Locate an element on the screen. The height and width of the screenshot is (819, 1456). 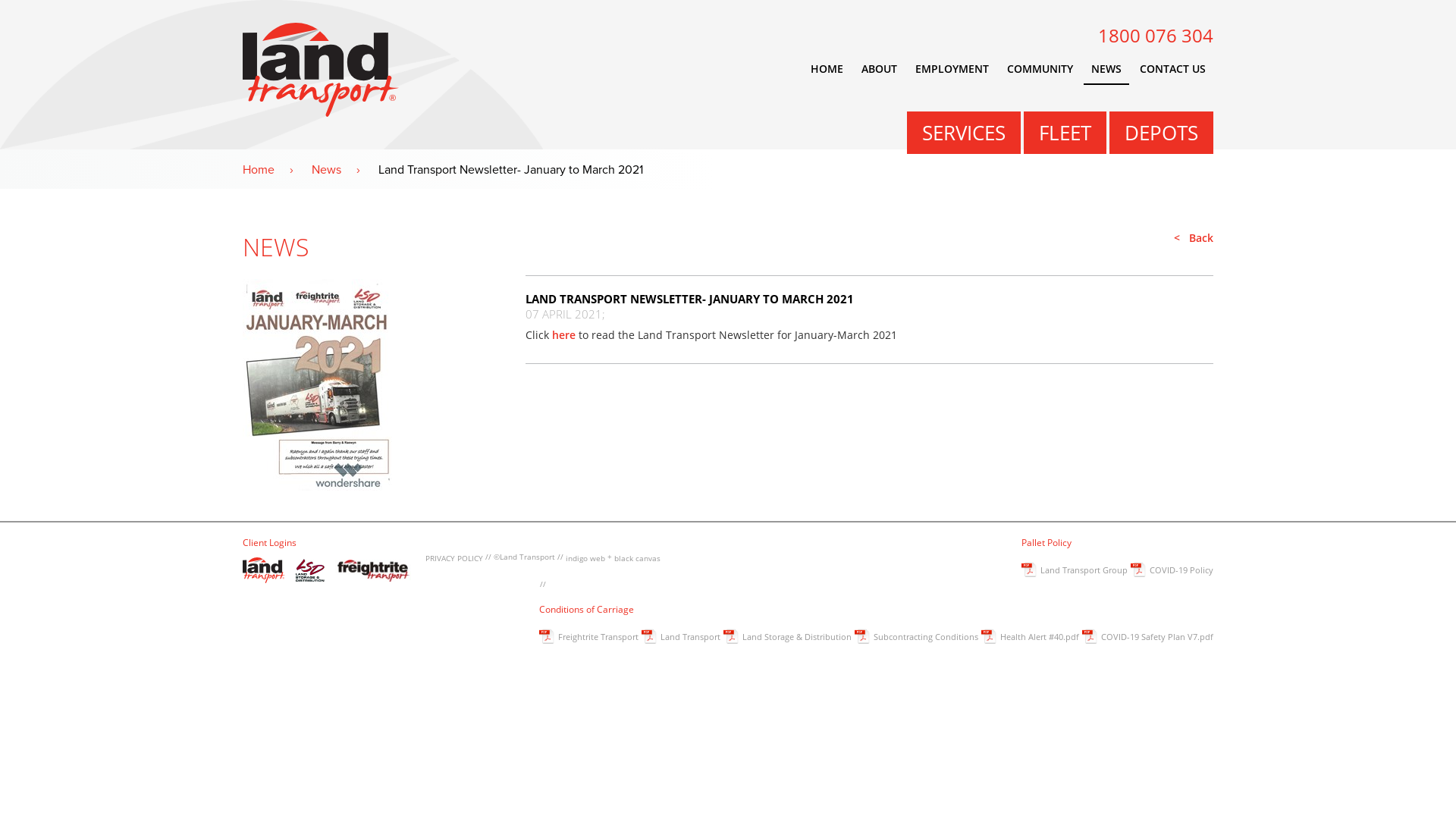
'Land Storage & Distribution' is located at coordinates (723, 638).